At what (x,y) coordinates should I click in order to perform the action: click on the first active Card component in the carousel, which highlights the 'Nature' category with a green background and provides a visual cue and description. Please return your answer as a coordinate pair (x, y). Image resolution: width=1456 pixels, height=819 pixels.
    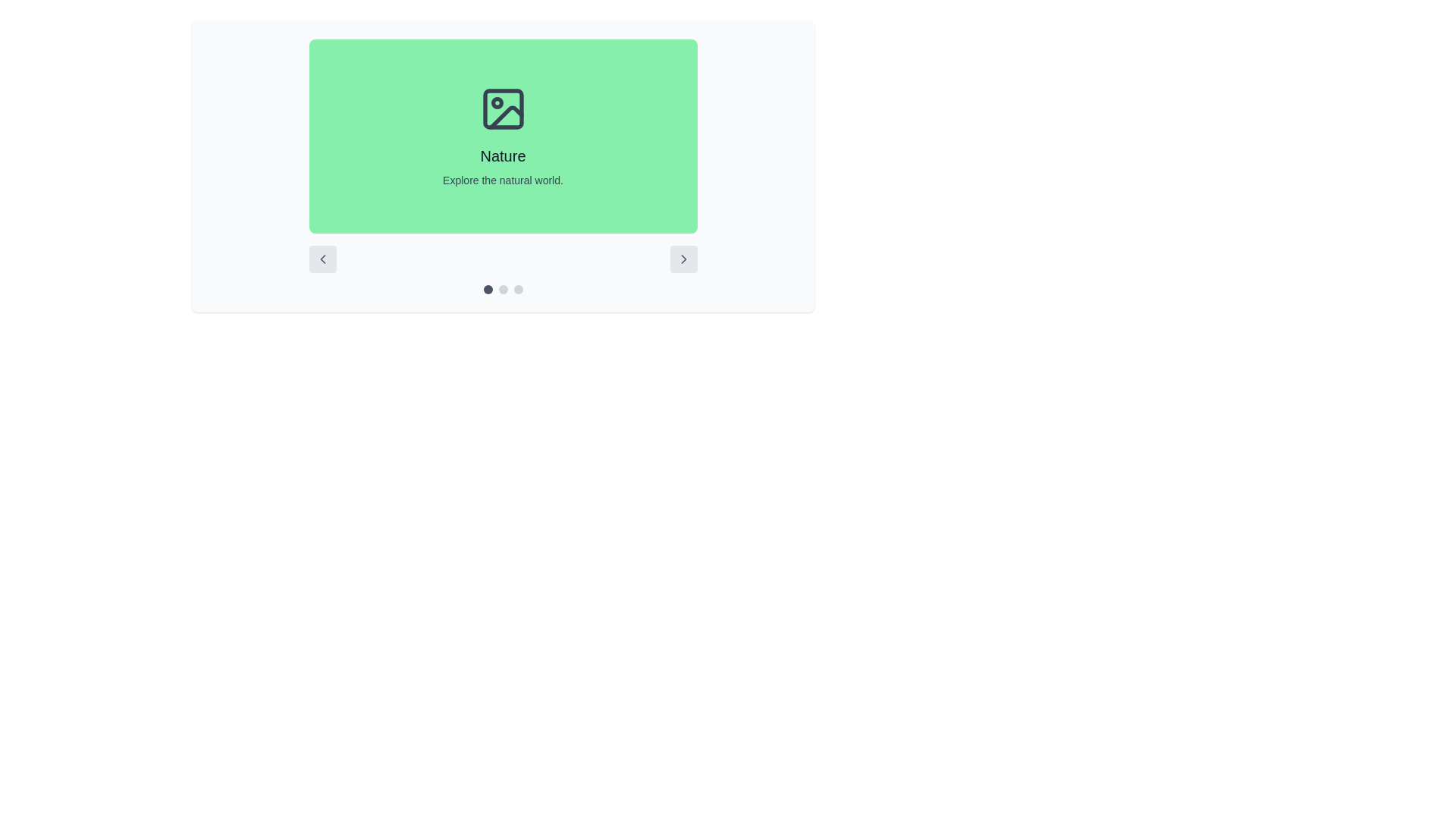
    Looking at the image, I should click on (503, 136).